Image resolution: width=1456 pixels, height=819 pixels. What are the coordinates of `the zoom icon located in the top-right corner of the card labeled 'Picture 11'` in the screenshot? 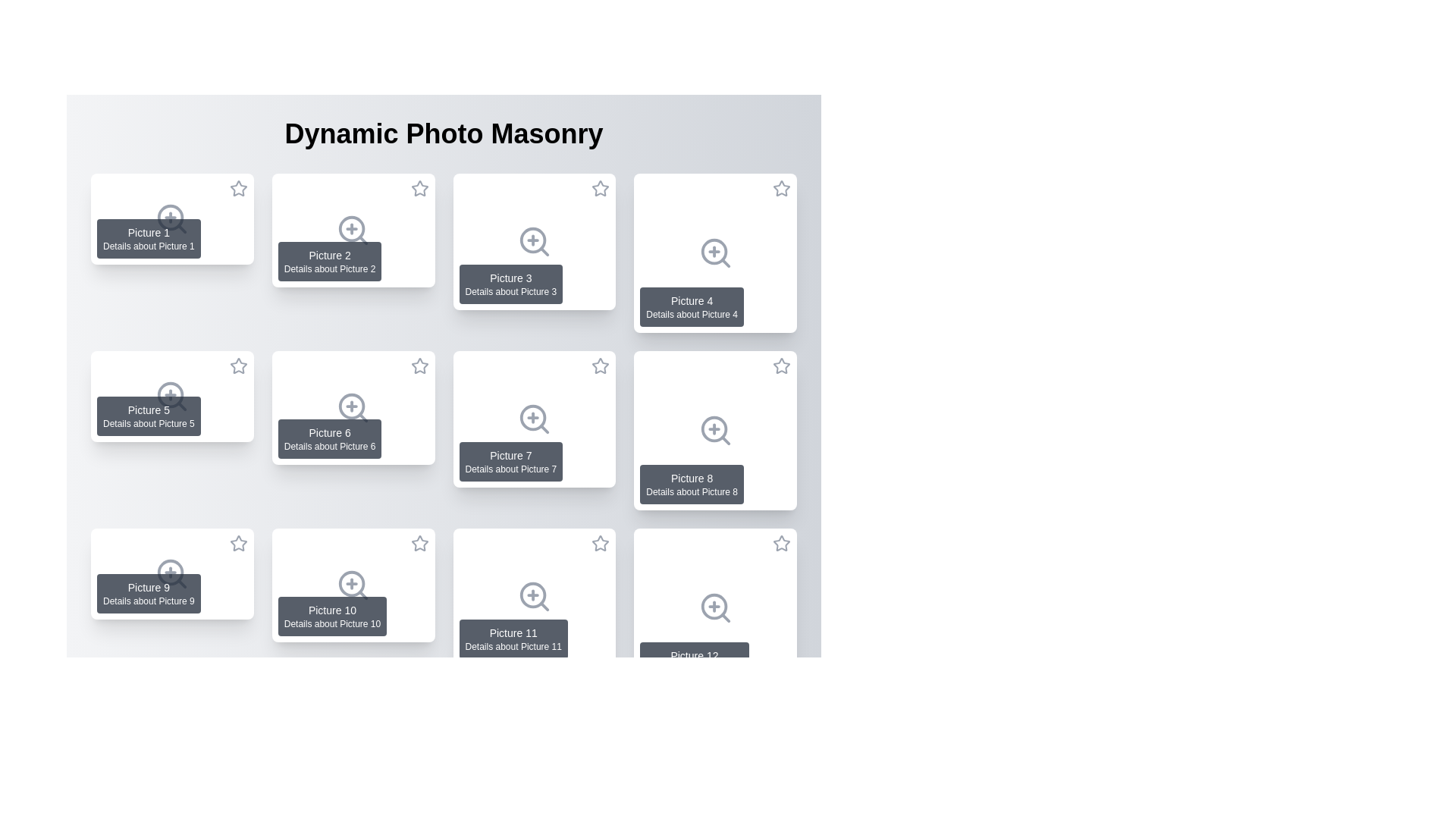 It's located at (532, 595).